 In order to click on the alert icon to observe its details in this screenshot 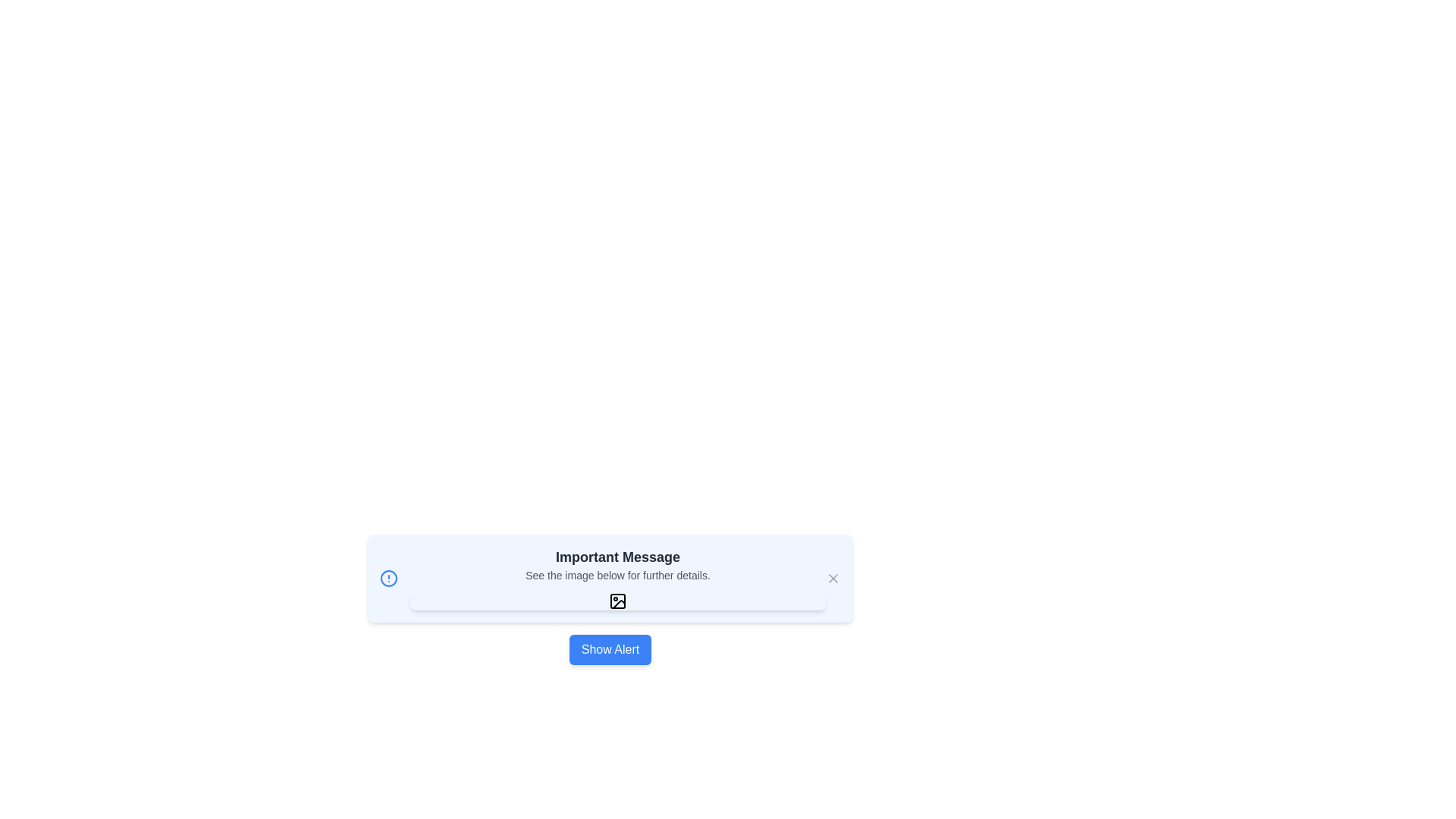, I will do `click(389, 579)`.